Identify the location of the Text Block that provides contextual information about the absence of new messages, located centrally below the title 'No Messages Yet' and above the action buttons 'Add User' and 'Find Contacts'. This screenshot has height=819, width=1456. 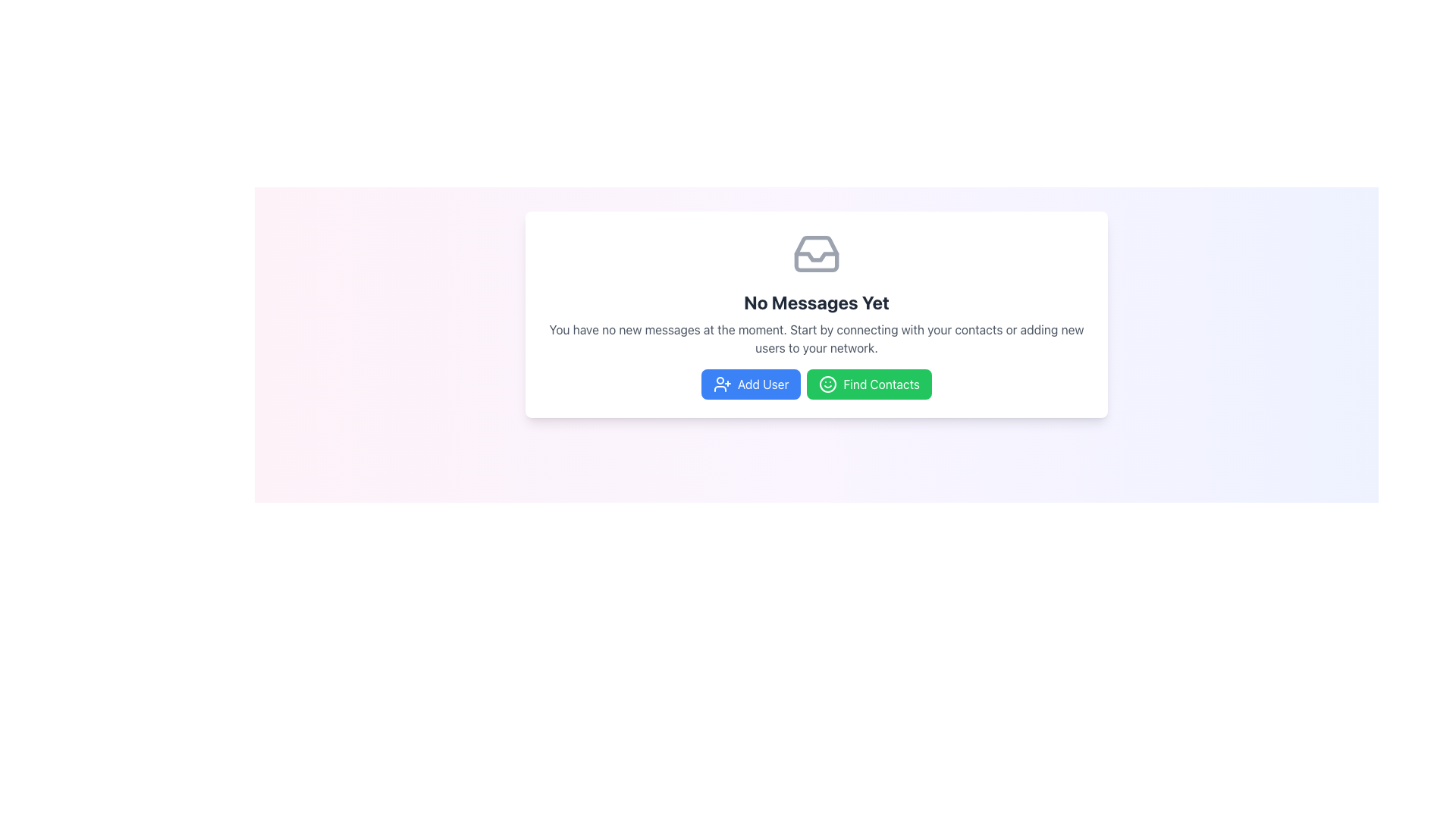
(815, 338).